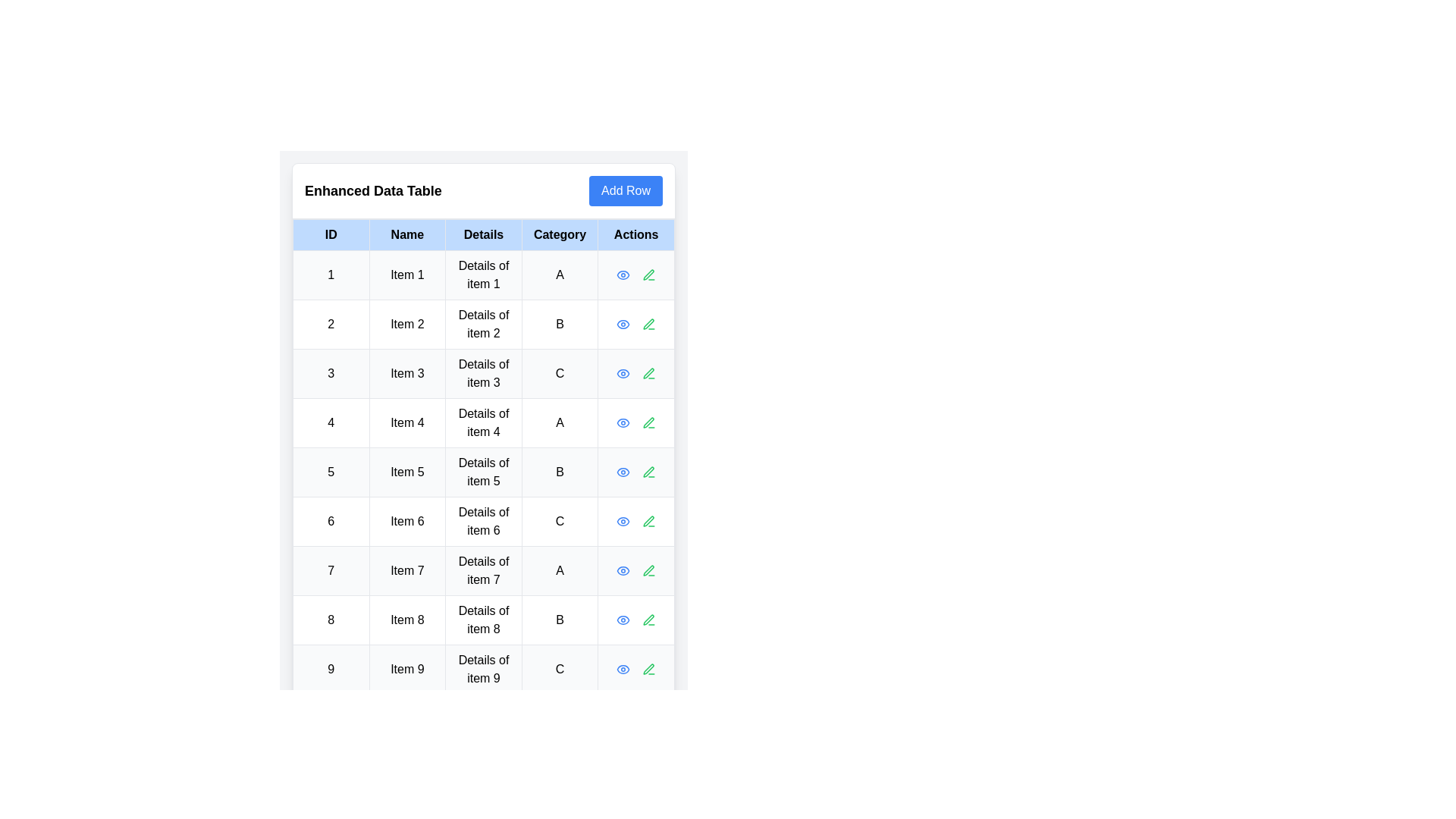 The image size is (1456, 819). Describe the element at coordinates (649, 472) in the screenshot. I see `the green pen icon located` at that location.